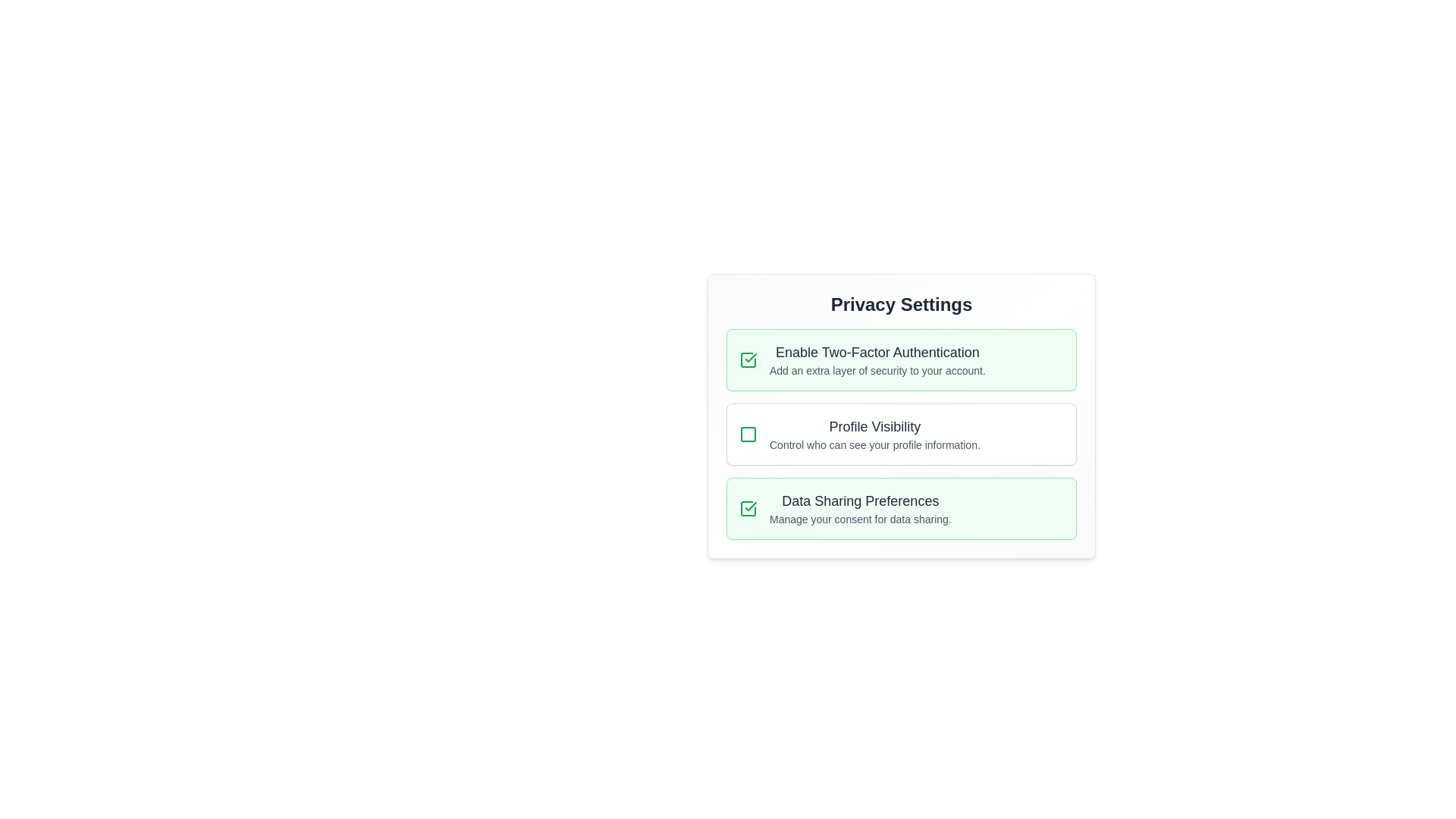 The image size is (1456, 819). Describe the element at coordinates (877, 353) in the screenshot. I see `the bolded text label reading 'Enable Two-Factor Authentication' located in the privacy settings panel, above the smaller descriptive text` at that location.